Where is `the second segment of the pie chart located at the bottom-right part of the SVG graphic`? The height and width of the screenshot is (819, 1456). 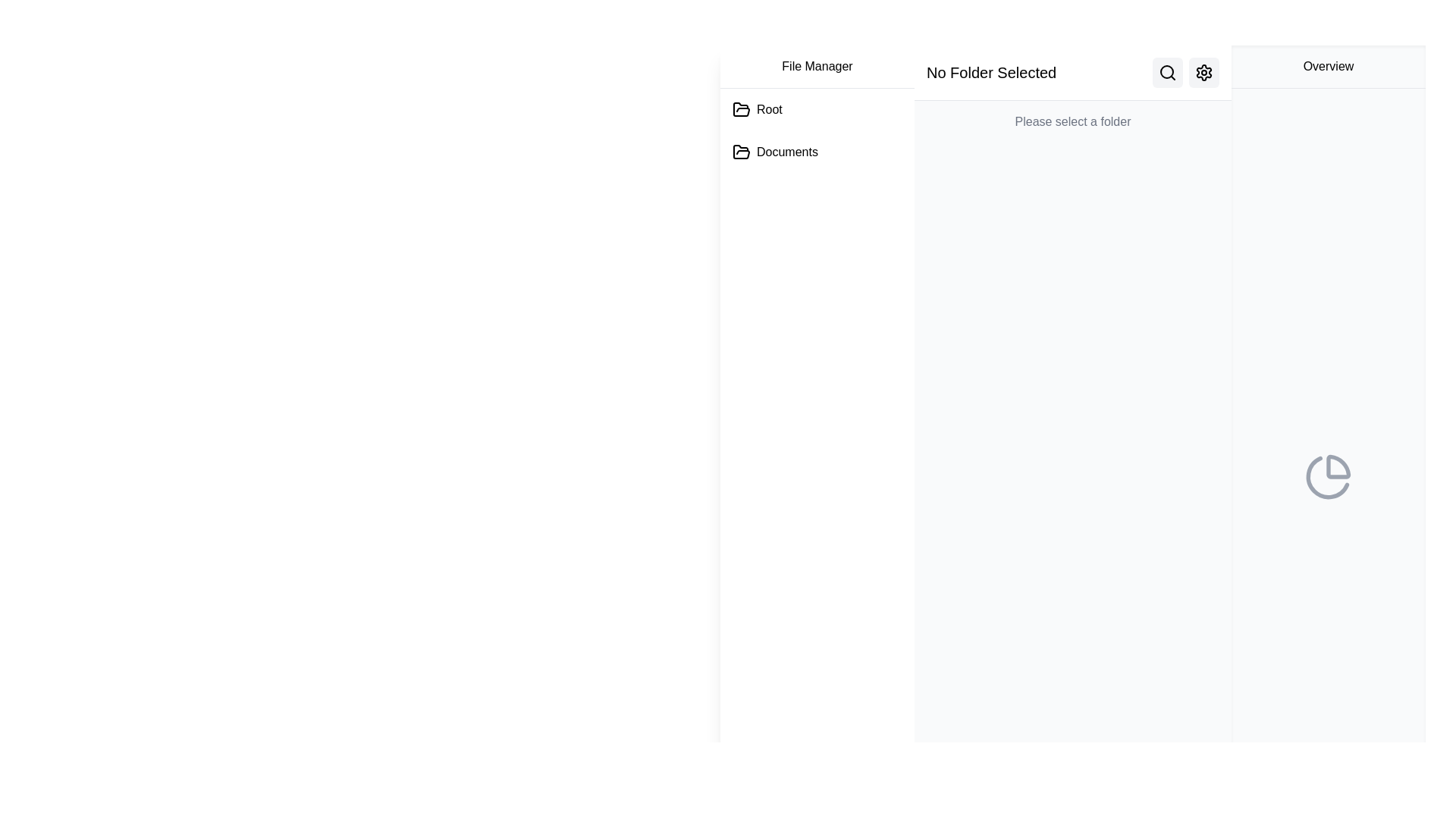
the second segment of the pie chart located at the bottom-right part of the SVG graphic is located at coordinates (1327, 476).